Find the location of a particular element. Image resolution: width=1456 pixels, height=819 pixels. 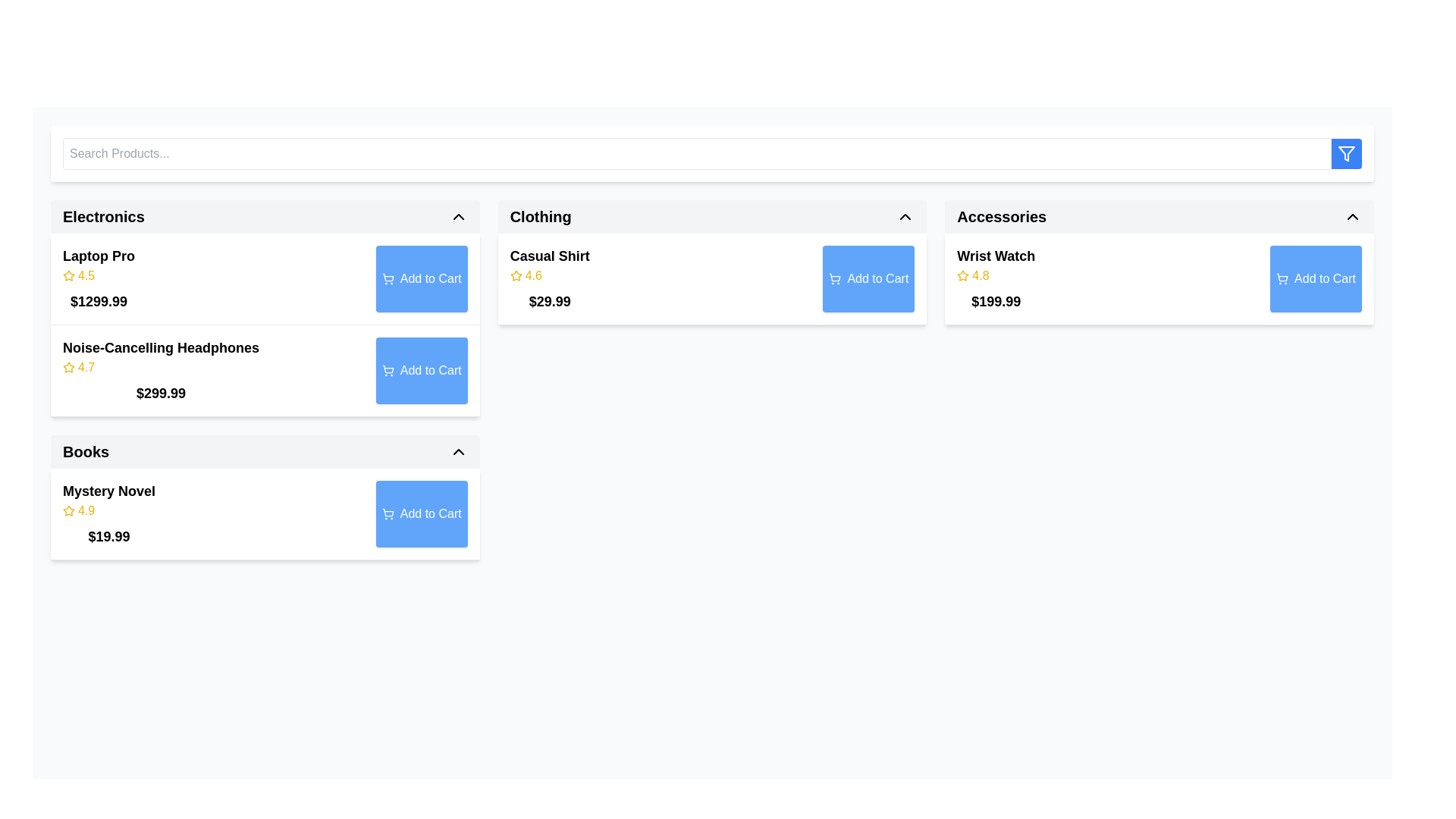

the shopping cart icon located on the left side of the 'Add to Cart' button within the product box for 'Mystery Novel' under the 'Books' section is located at coordinates (388, 513).